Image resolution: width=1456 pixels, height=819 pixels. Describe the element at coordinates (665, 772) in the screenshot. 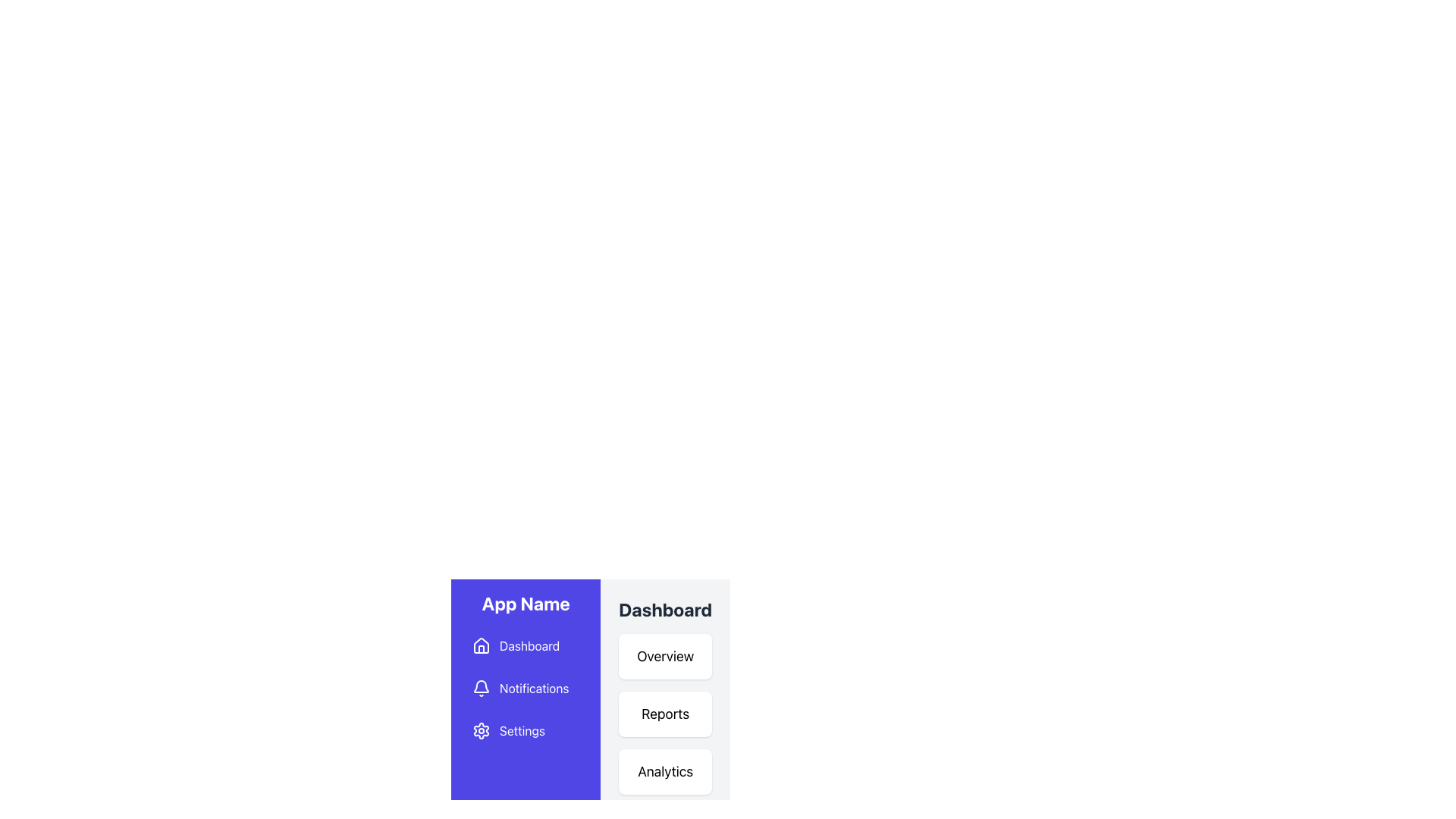

I see `the third button in the 'Dashboard' section, which navigates to the 'Analytics' section` at that location.